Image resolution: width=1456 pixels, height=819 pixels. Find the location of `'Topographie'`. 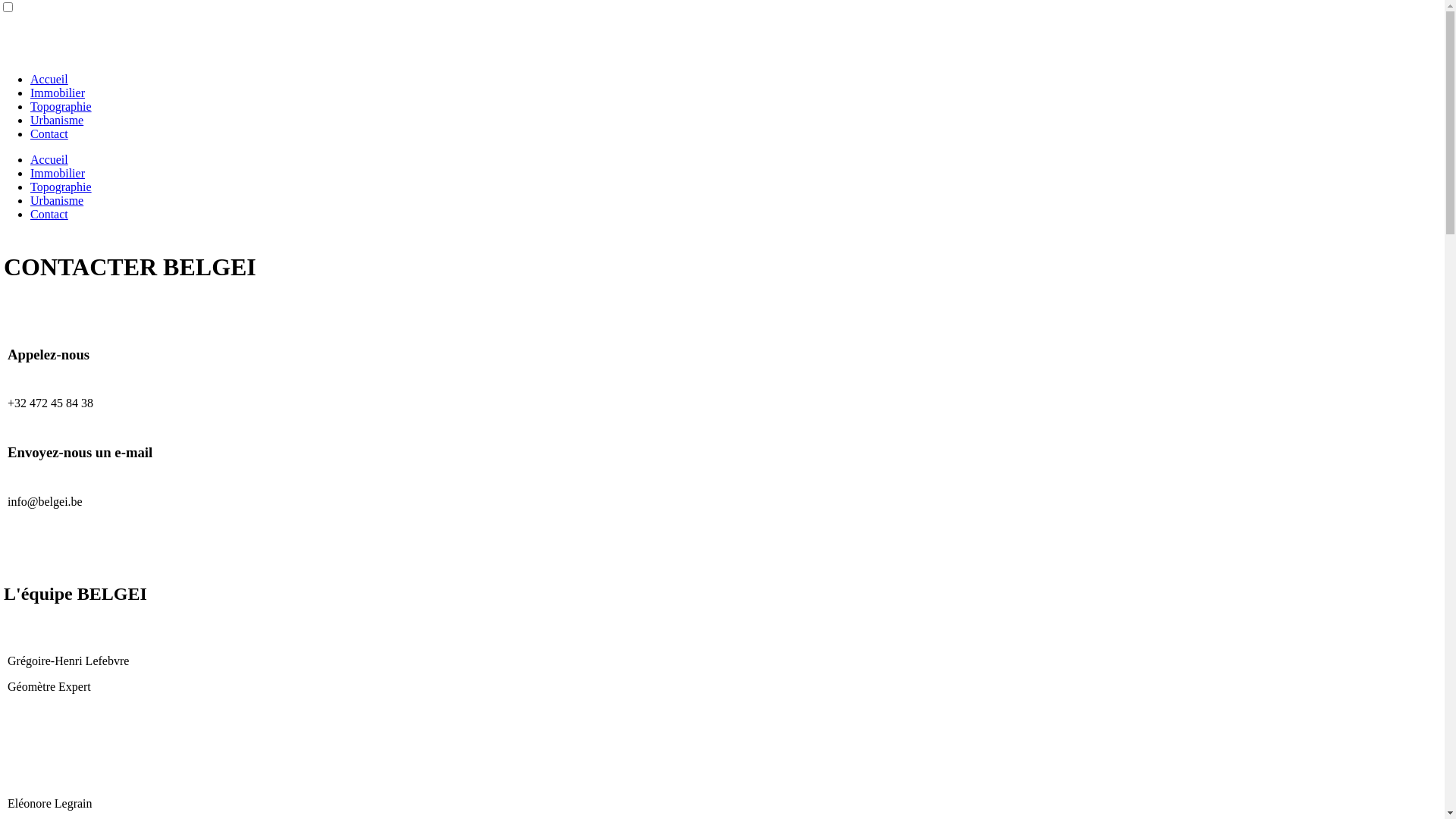

'Topographie' is located at coordinates (61, 105).